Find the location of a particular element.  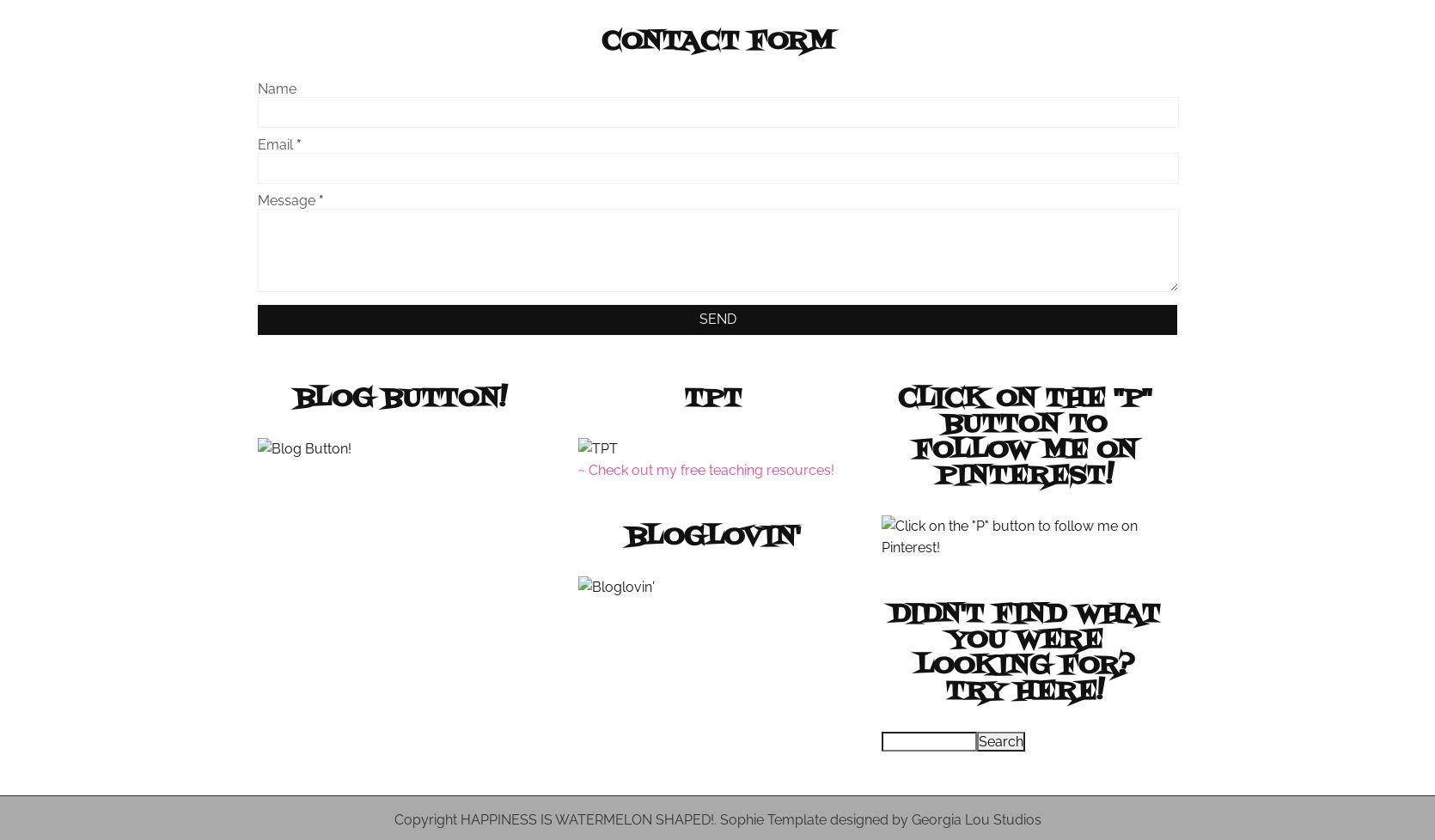

'Copyright' is located at coordinates (425, 819).